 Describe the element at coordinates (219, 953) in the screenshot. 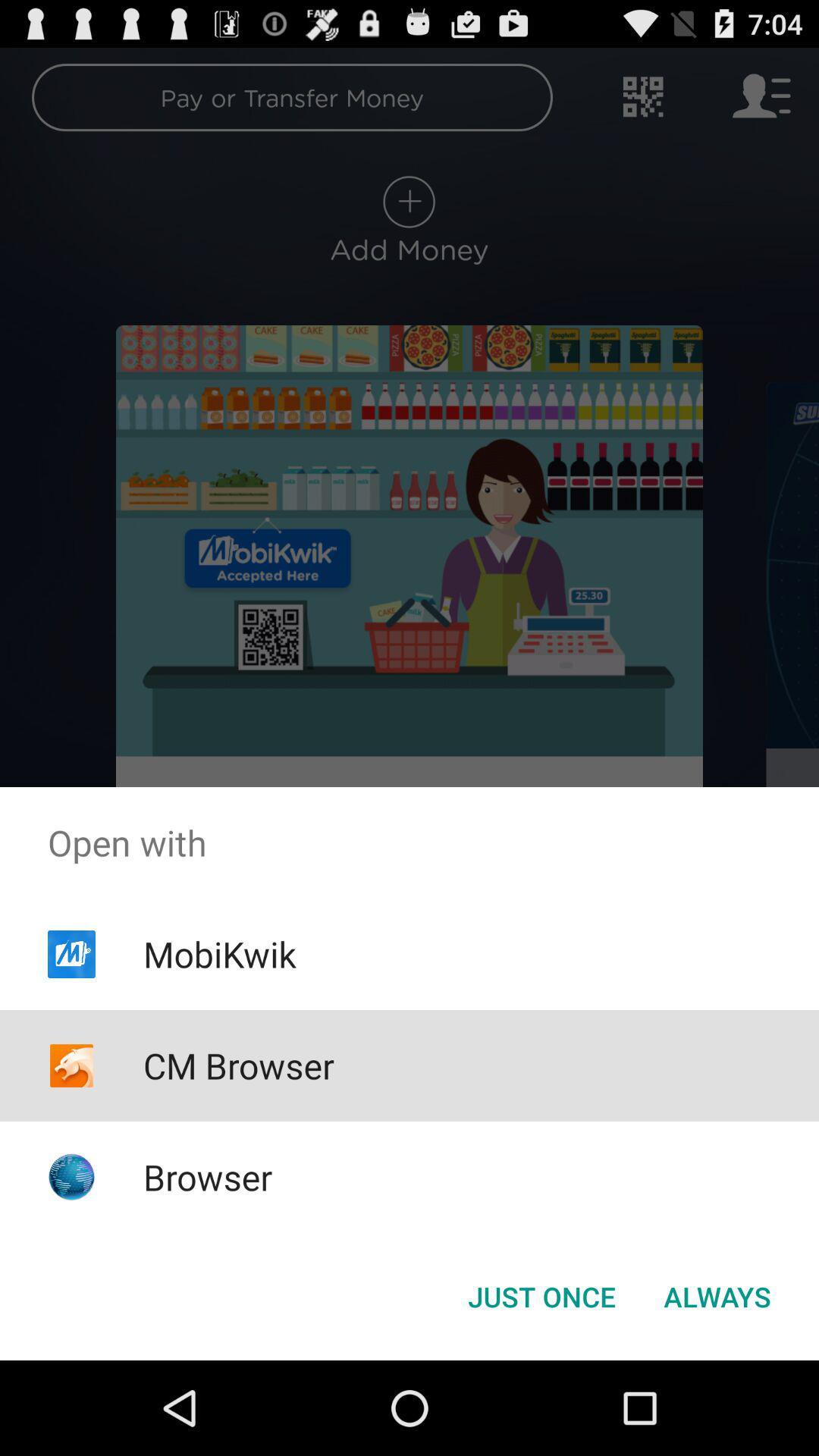

I see `mobikwik app` at that location.